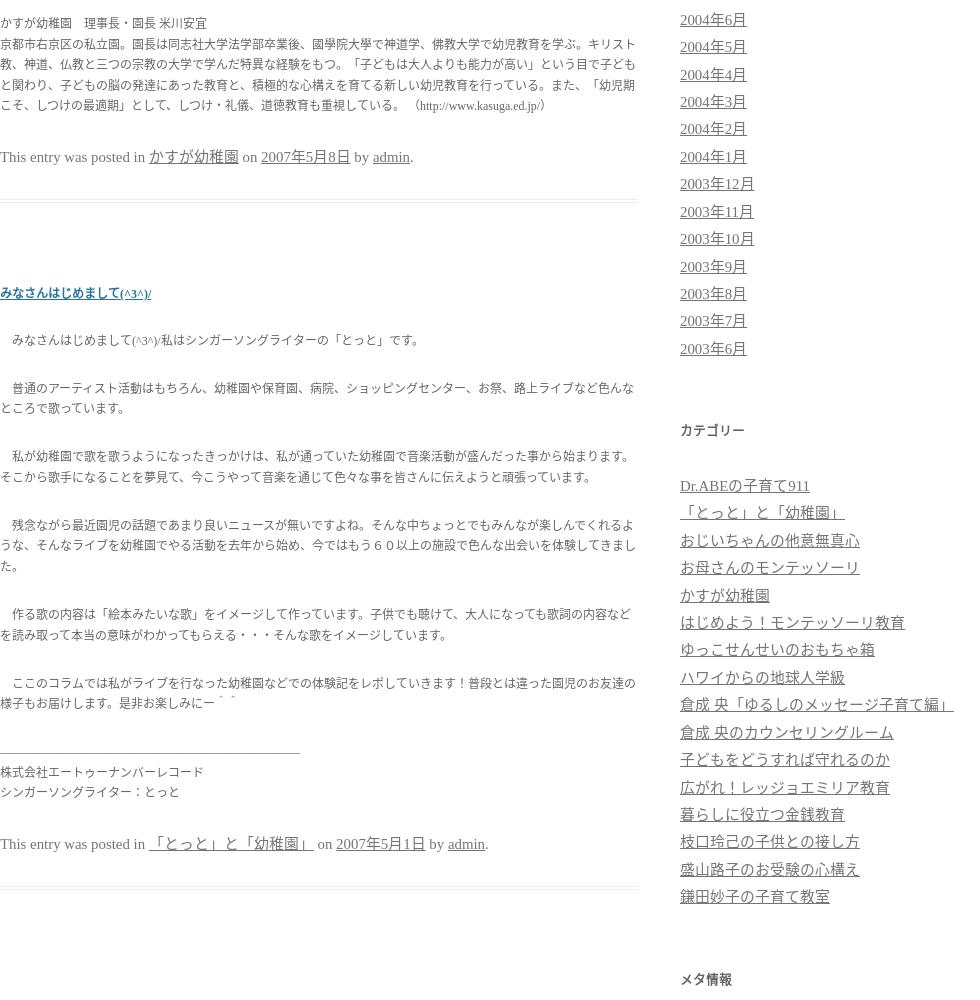  I want to click on '2004年5月', so click(713, 47).